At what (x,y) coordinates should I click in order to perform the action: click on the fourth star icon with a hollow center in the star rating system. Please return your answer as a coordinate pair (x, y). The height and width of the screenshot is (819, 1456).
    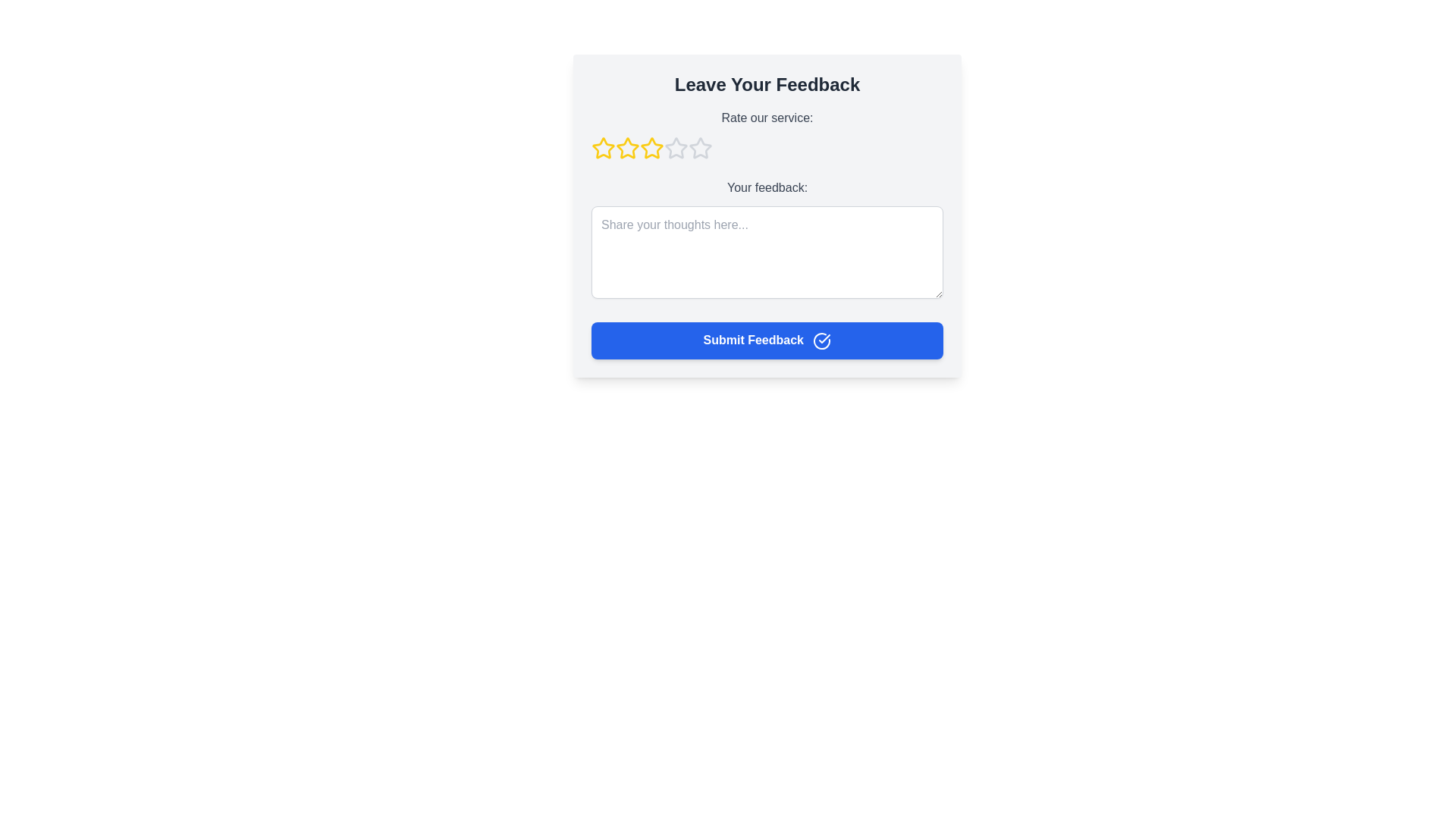
    Looking at the image, I should click on (698, 148).